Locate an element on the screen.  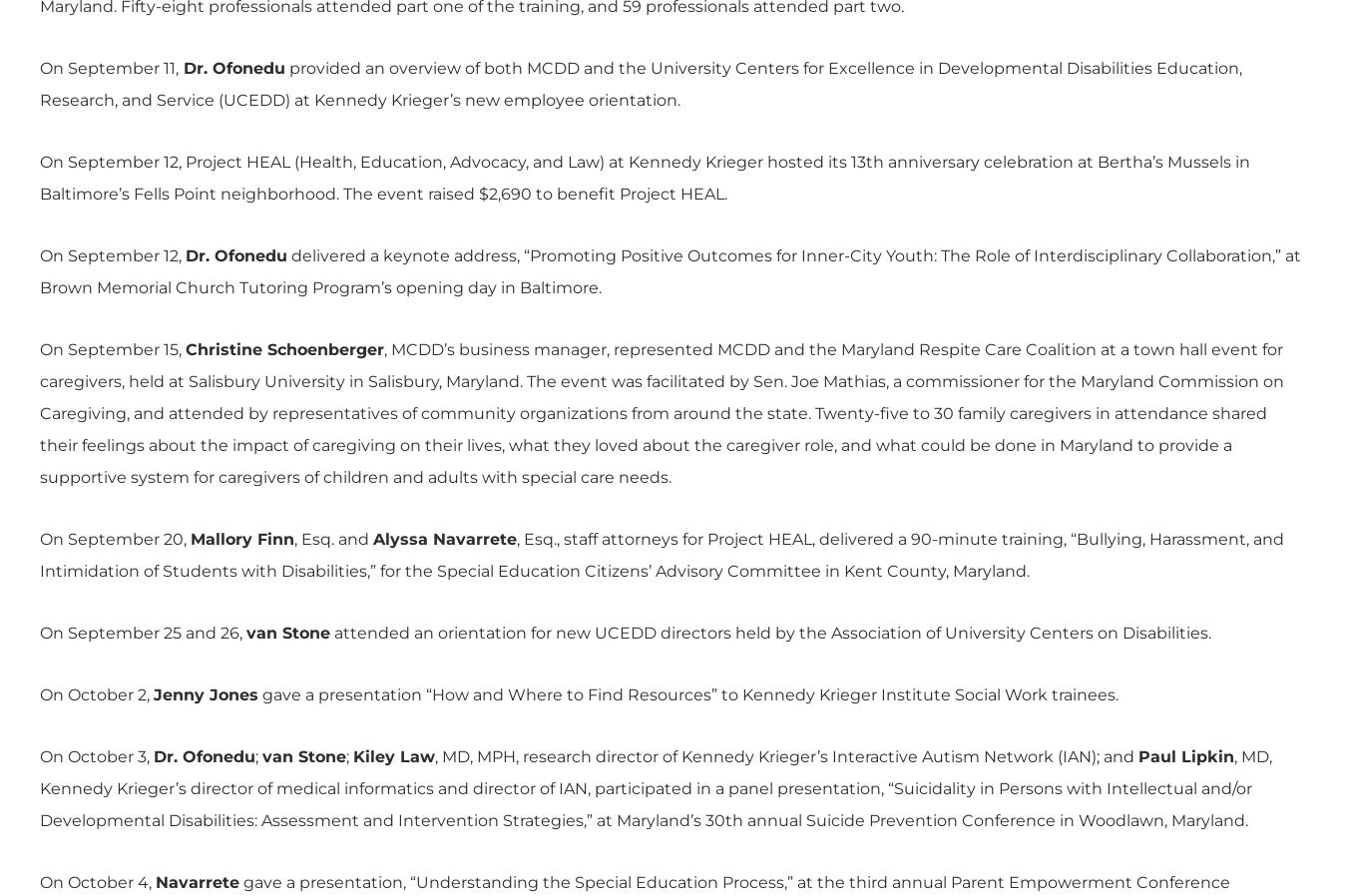
'Paul Lipkin' is located at coordinates (1184, 756).